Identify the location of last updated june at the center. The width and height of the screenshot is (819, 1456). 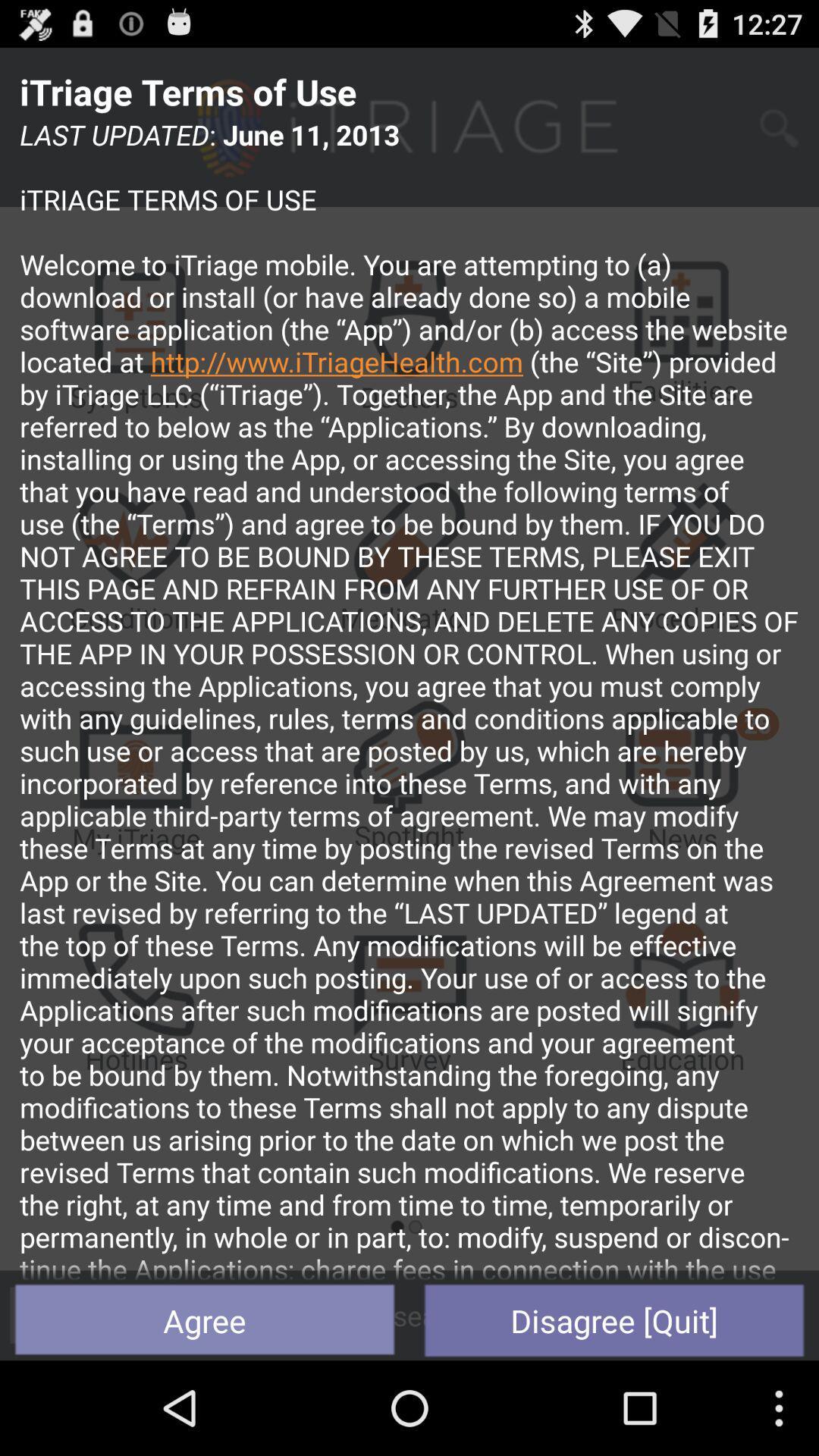
(409, 698).